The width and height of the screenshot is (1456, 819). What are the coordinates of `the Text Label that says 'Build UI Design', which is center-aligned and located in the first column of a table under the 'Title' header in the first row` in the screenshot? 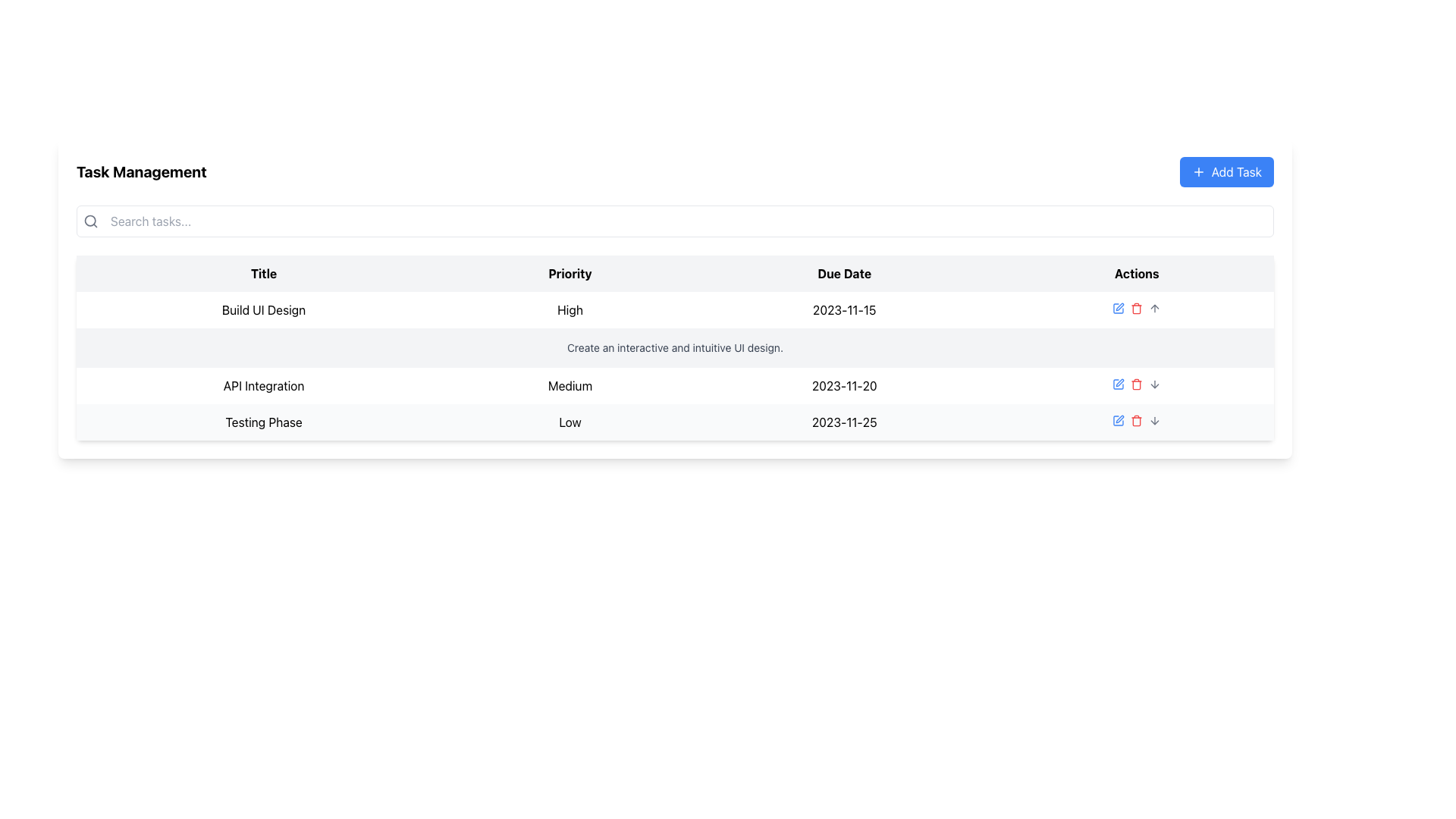 It's located at (264, 309).